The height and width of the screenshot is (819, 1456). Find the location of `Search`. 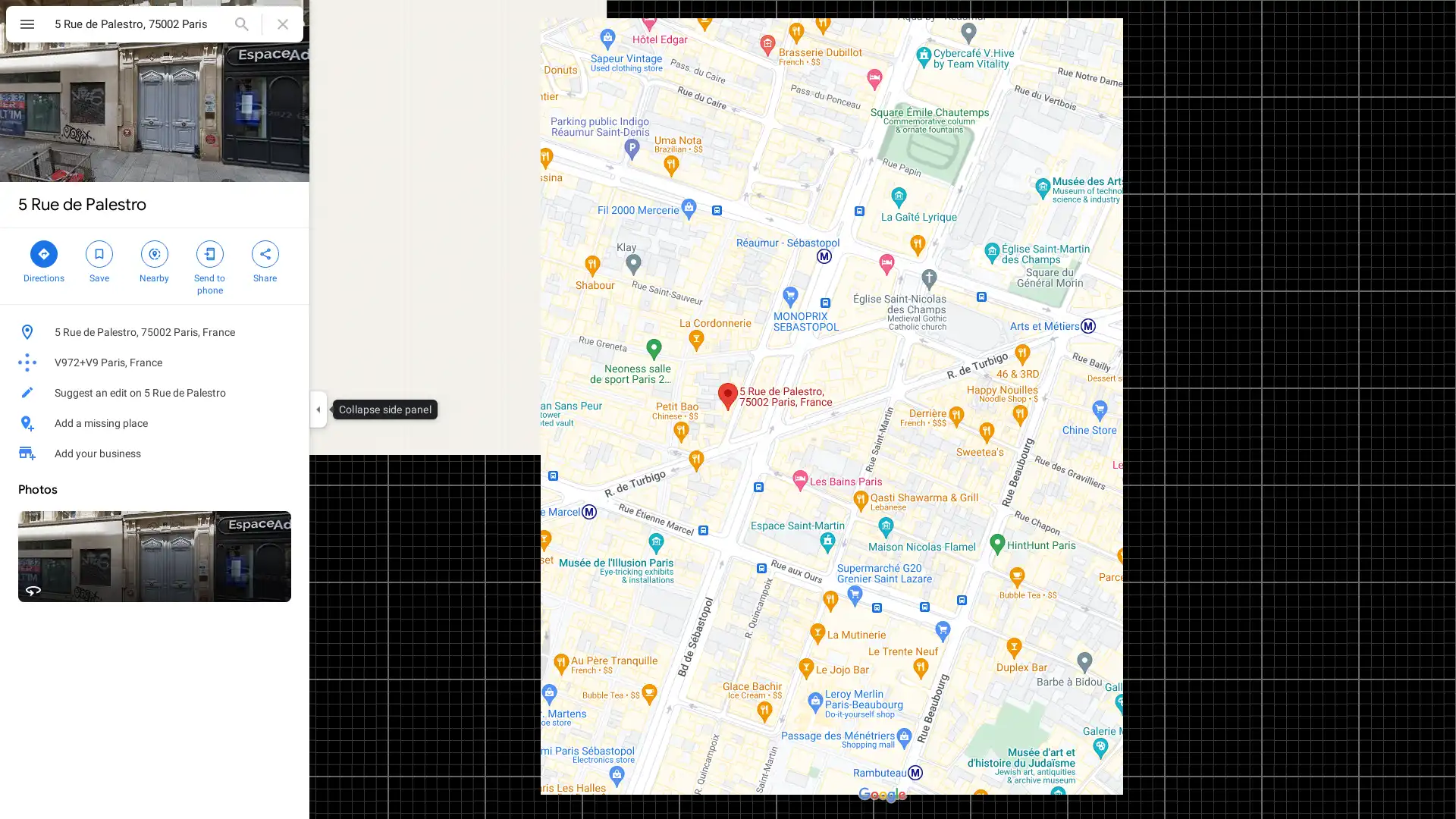

Search is located at coordinates (240, 24).